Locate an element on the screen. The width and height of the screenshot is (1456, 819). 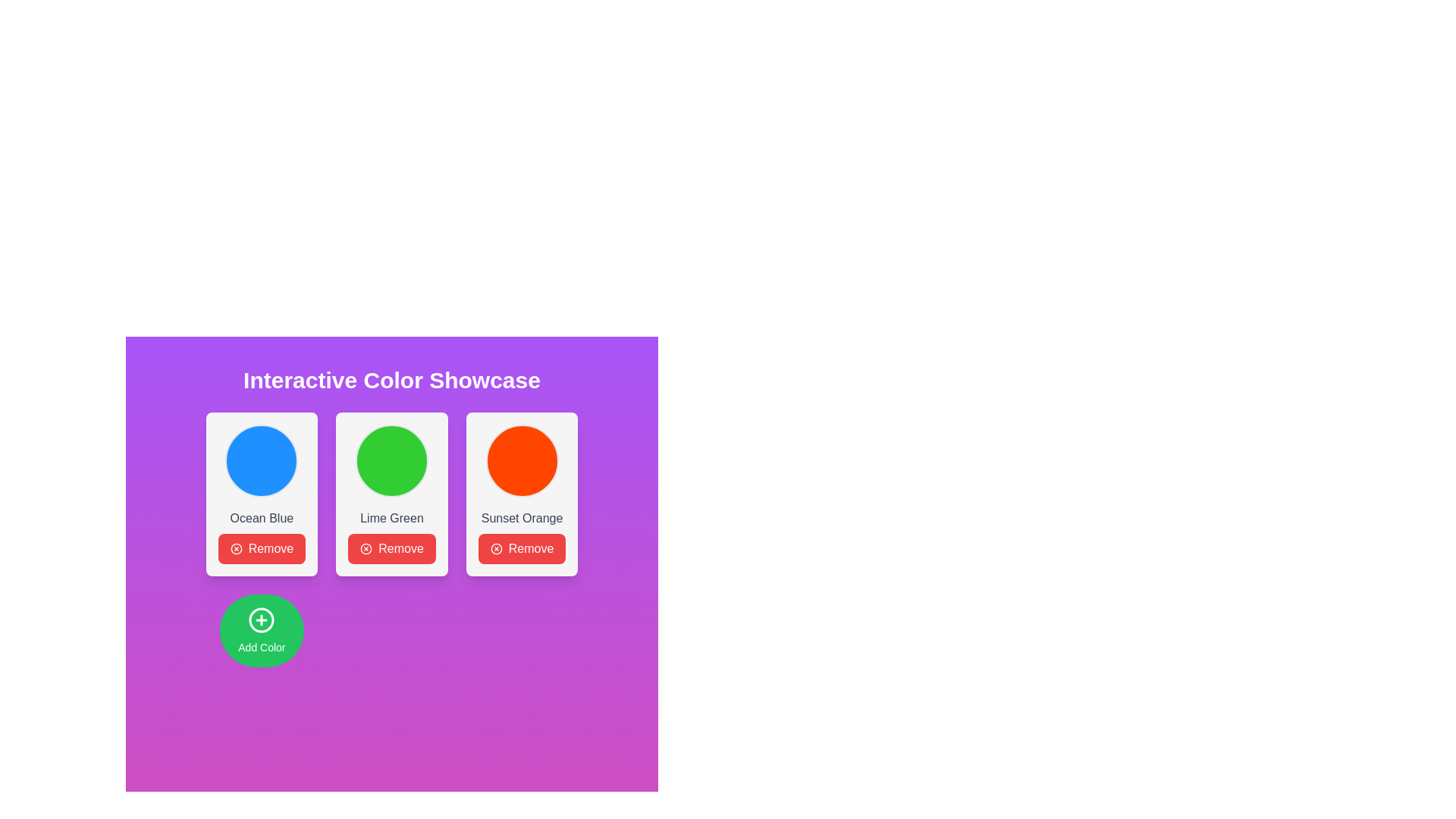
the delete button located below the 'Sunset Orange' label and circular color indicator in the third card of the horizontally aligned row of cards is located at coordinates (522, 549).